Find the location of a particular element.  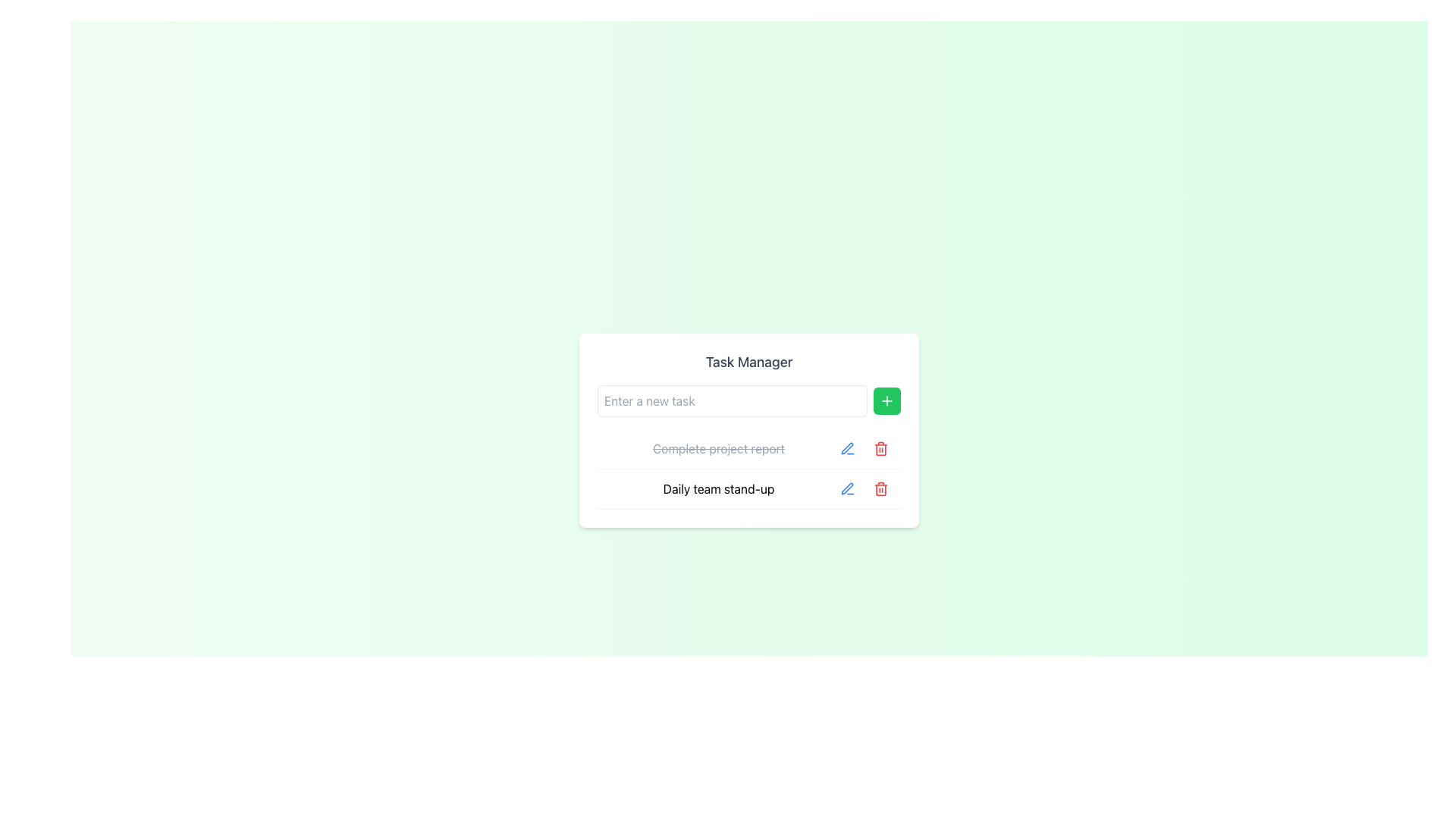

the text label displaying 'Daily team stand-up' for sorting purposes is located at coordinates (749, 489).